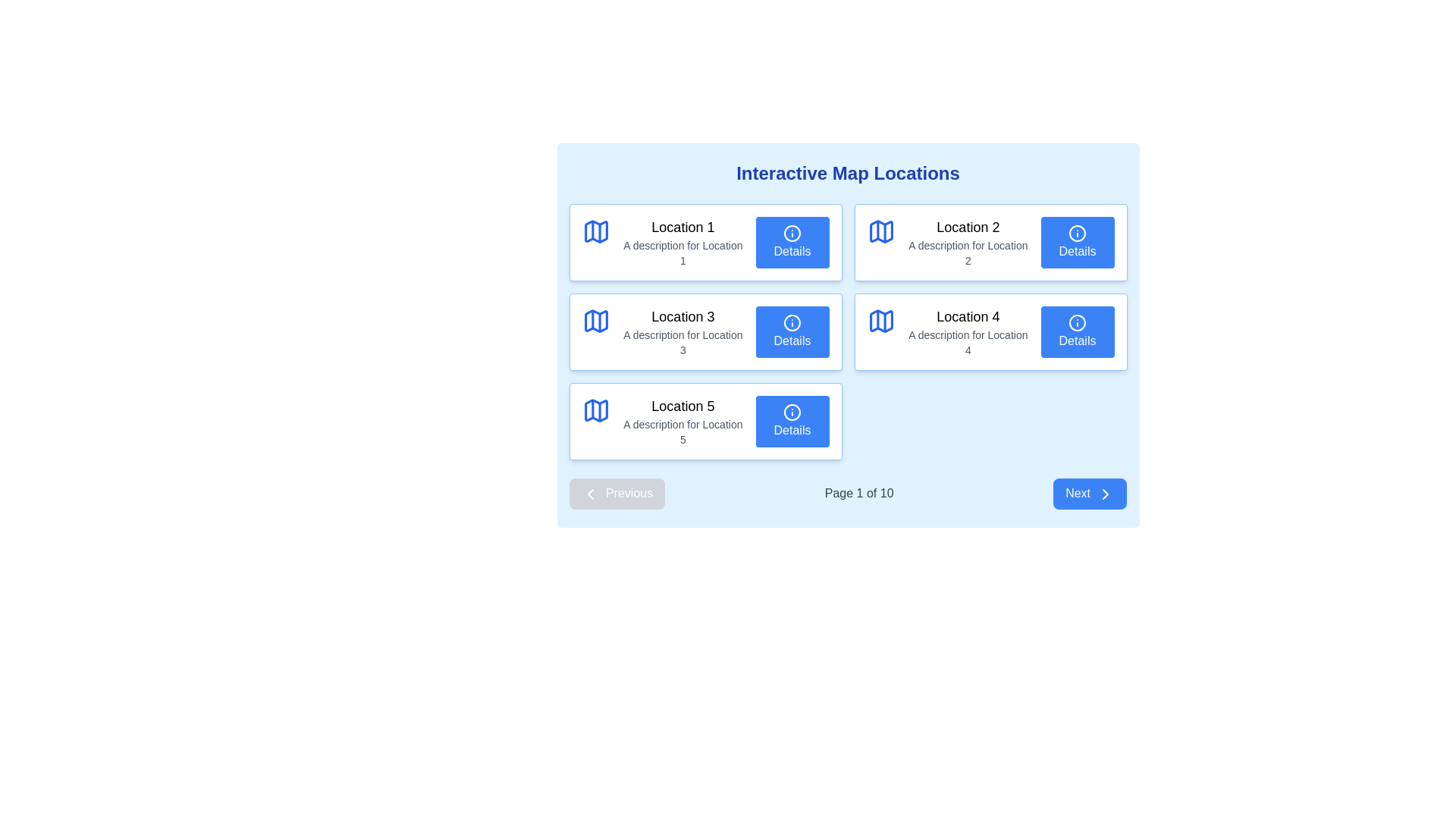 The image size is (1456, 819). Describe the element at coordinates (682, 253) in the screenshot. I see `the text label that describes the 'Location 1' section, which is positioned below the section title and above the 'Details' action button` at that location.